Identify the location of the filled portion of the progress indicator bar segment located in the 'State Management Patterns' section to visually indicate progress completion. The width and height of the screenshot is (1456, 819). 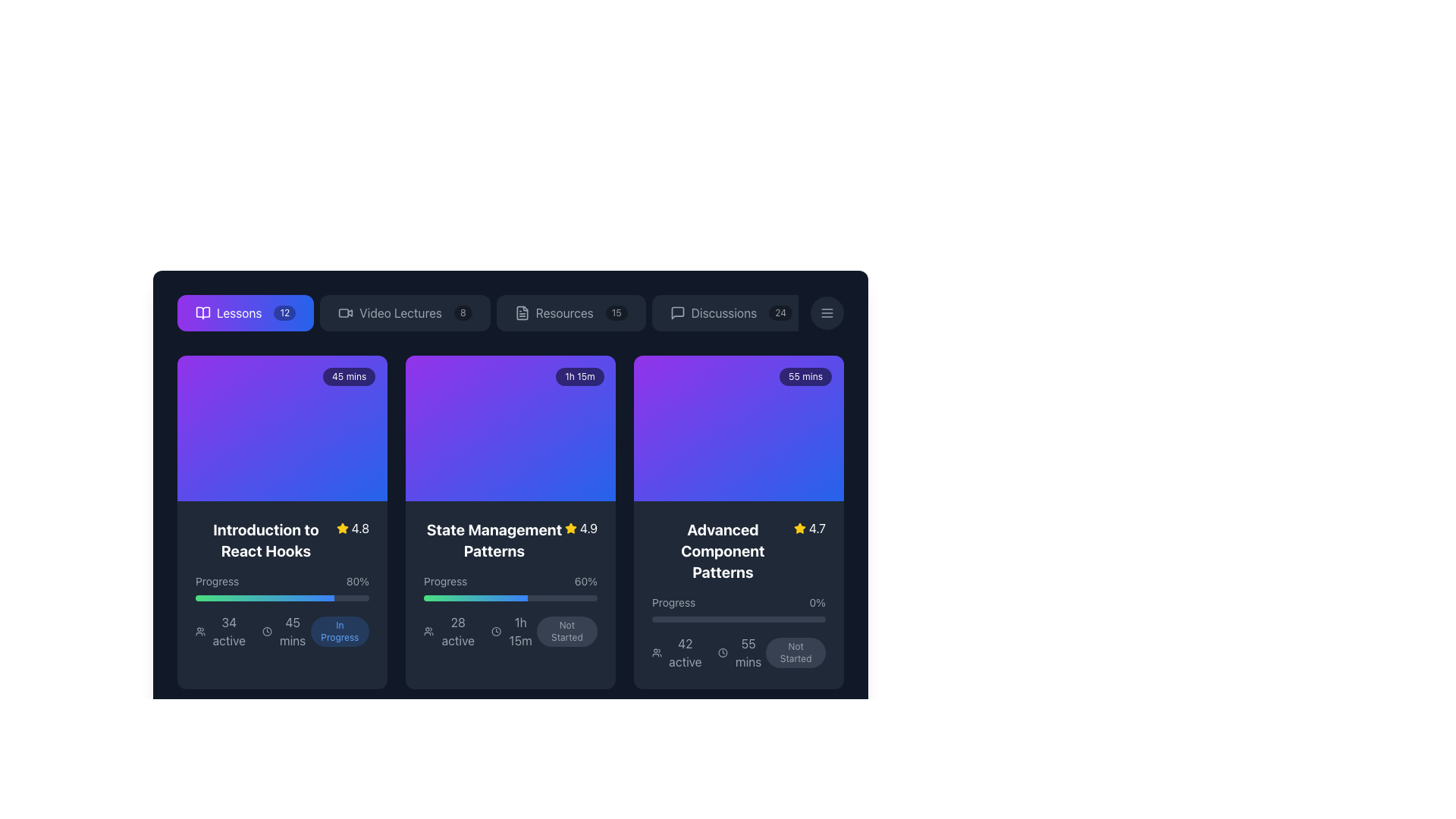
(475, 598).